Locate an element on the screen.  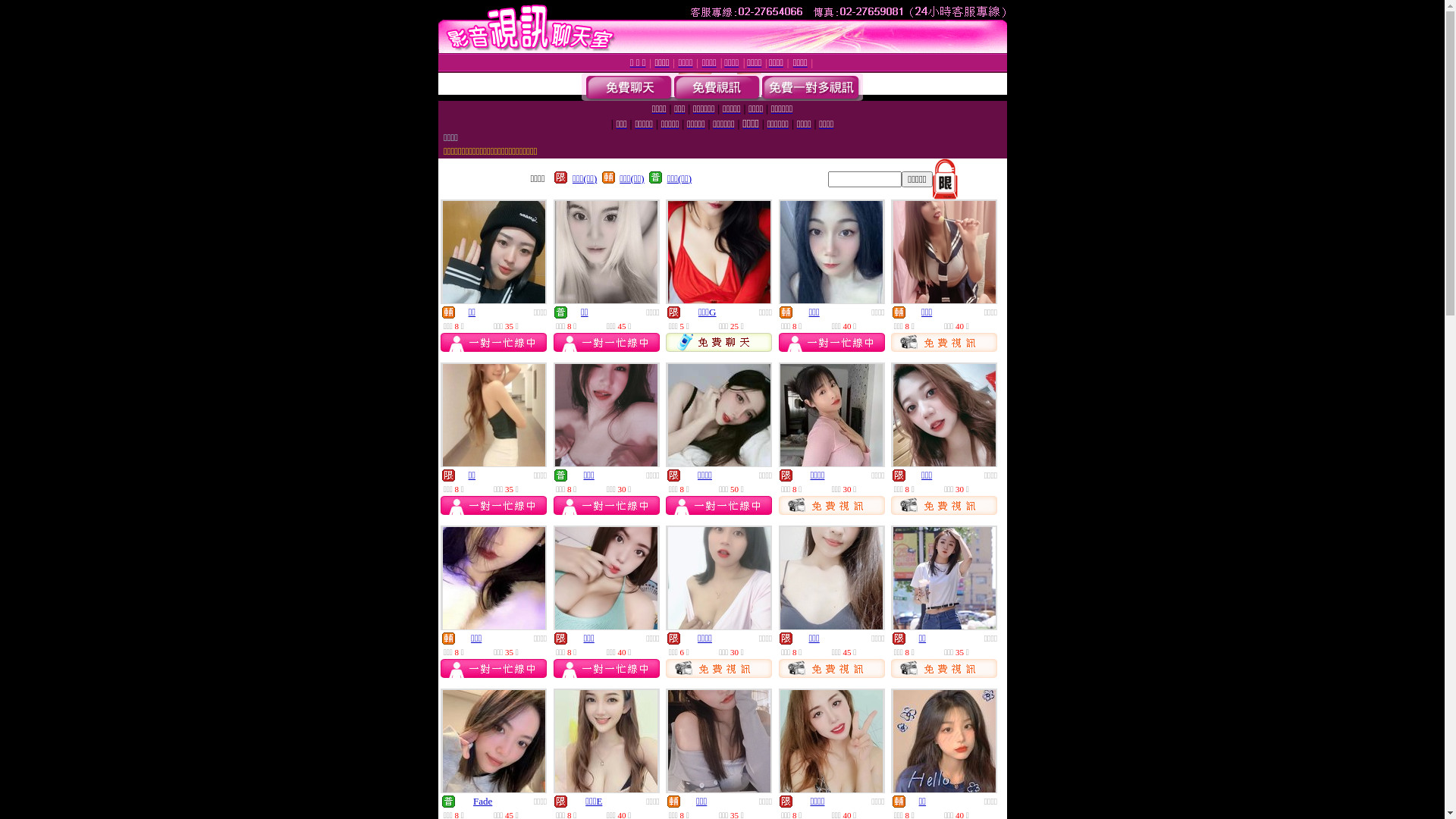
'Fade' is located at coordinates (472, 800).